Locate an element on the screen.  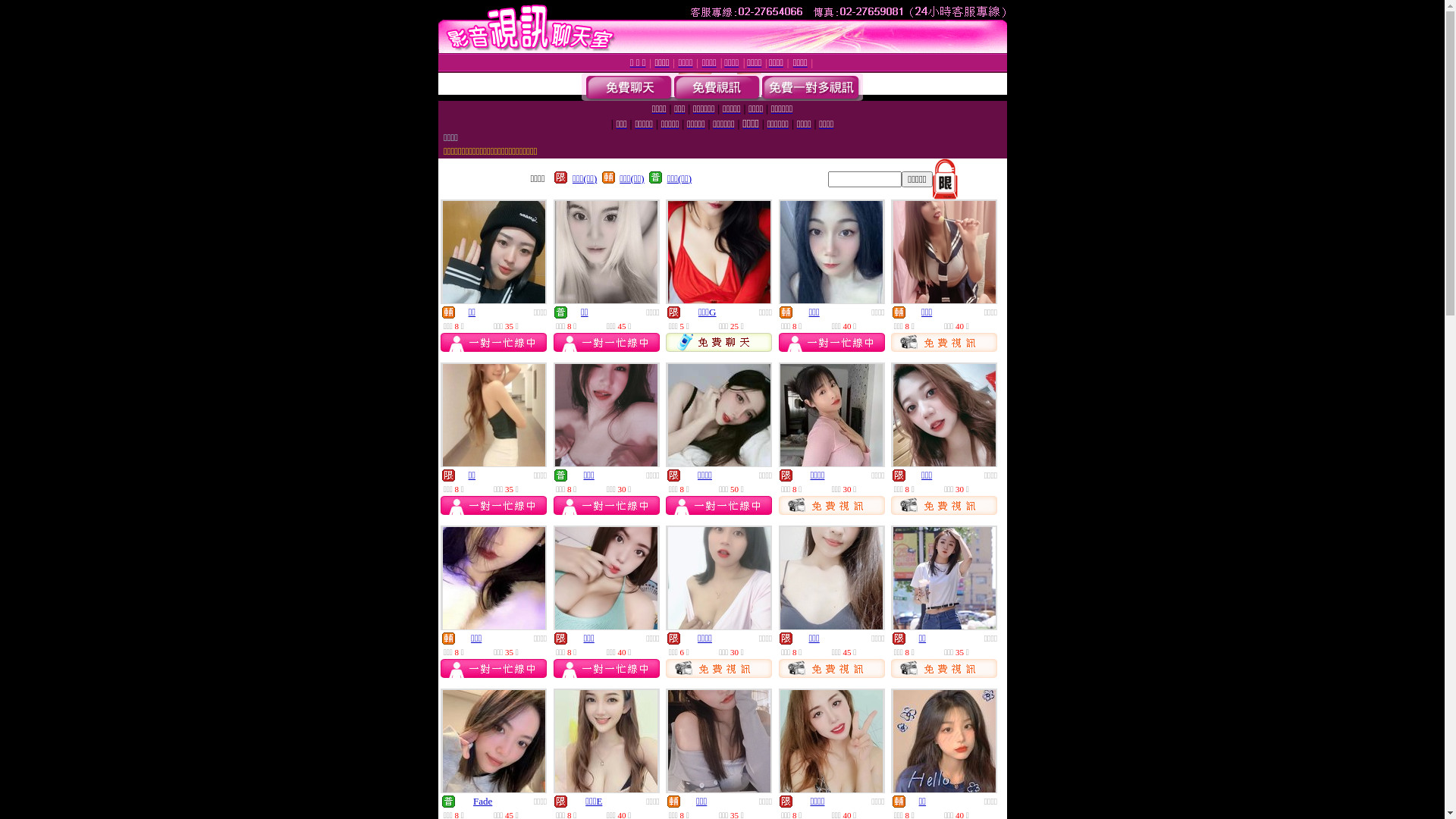
'Fade' is located at coordinates (472, 800).